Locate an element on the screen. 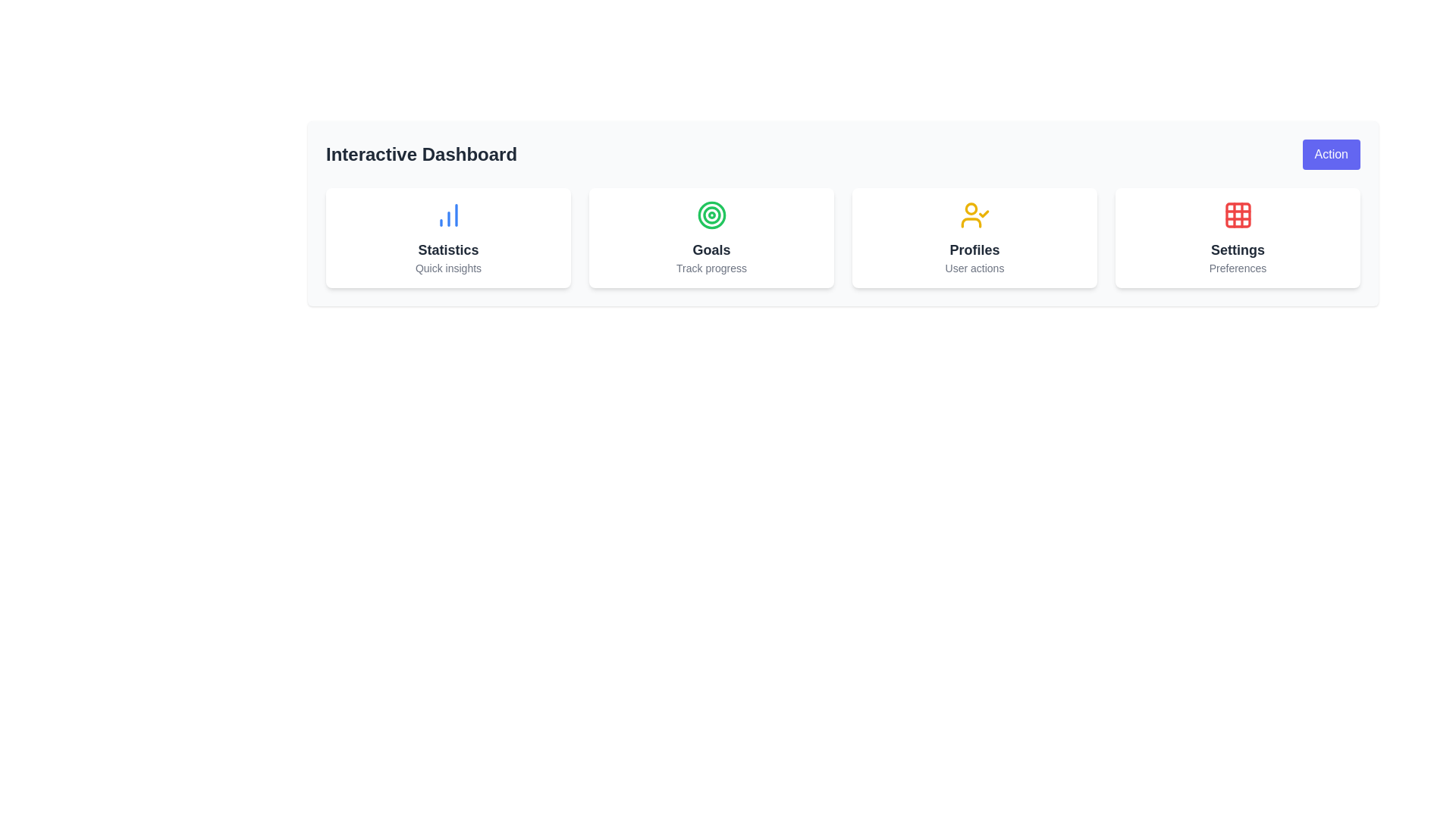 The width and height of the screenshot is (1456, 819). title text element located in the central card, which is the second text element in the vertical arrangement, situated below an icon and above a smaller descriptive text is located at coordinates (711, 249).